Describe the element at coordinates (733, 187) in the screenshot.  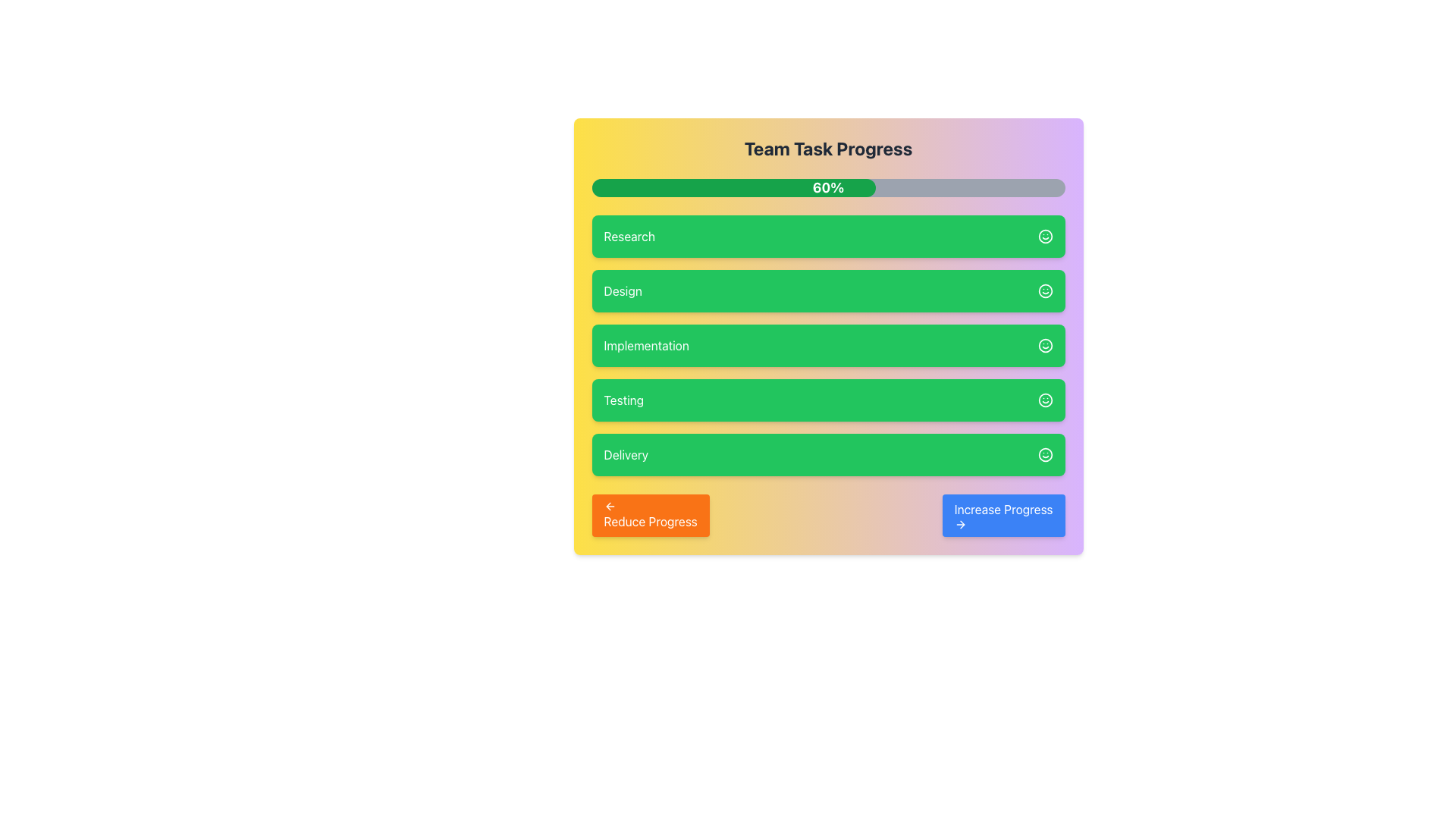
I see `the progress bar segment that visually represents 60% of the task completion, located beneath the 'Team Task Progress' title` at that location.